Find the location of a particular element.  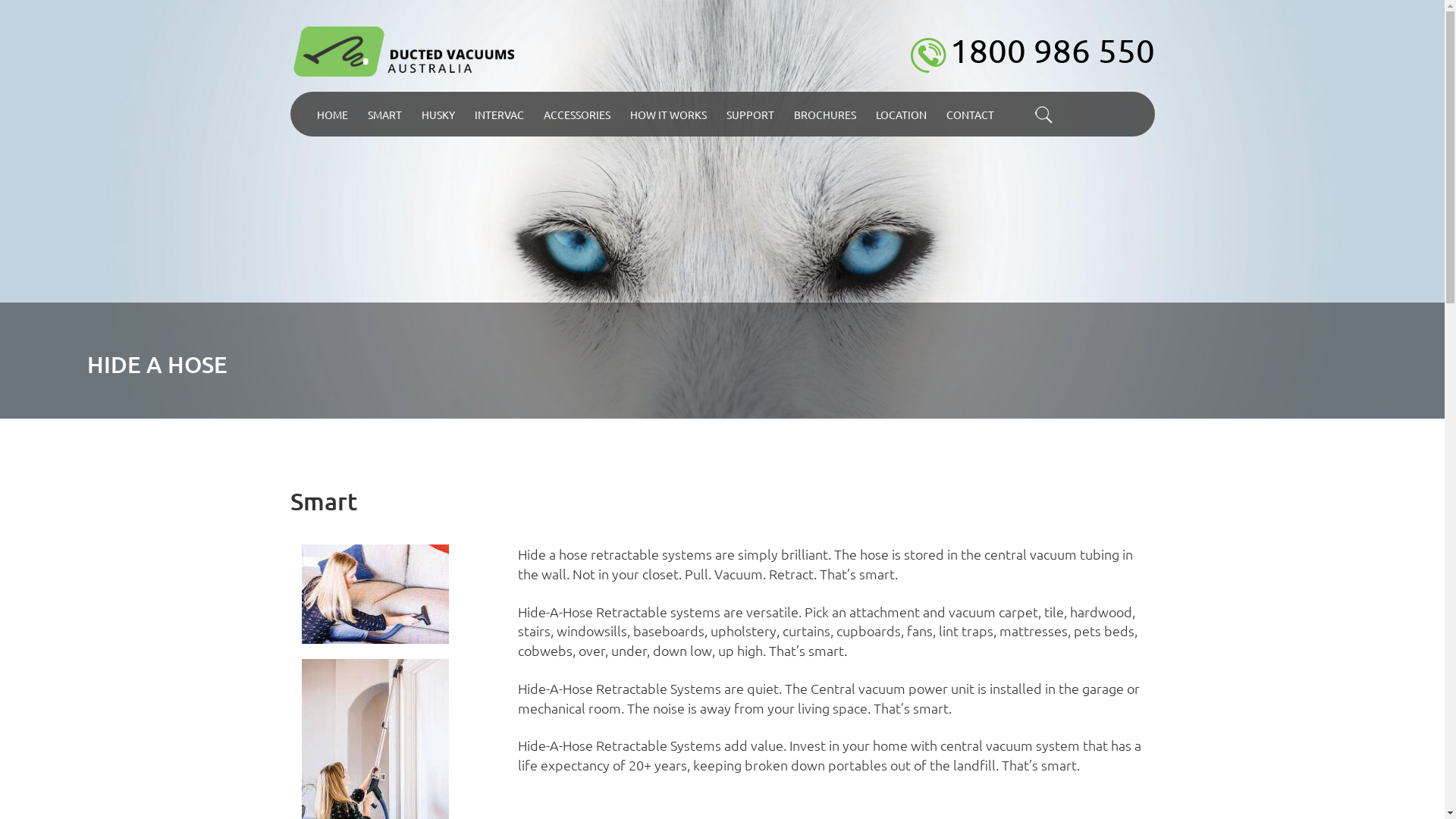

'LOCATION' is located at coordinates (866, 113).